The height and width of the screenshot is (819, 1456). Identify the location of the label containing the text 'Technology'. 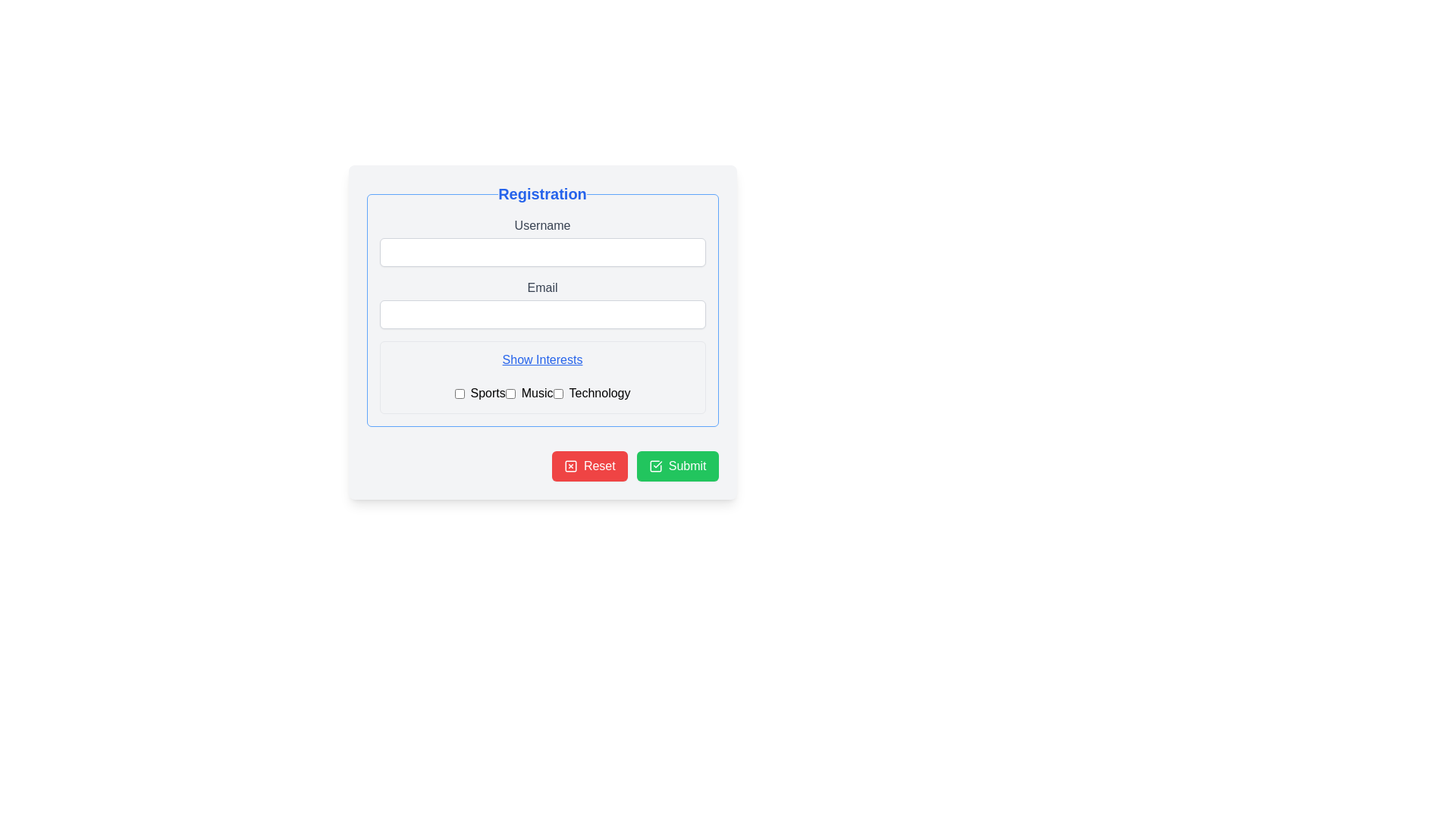
(599, 393).